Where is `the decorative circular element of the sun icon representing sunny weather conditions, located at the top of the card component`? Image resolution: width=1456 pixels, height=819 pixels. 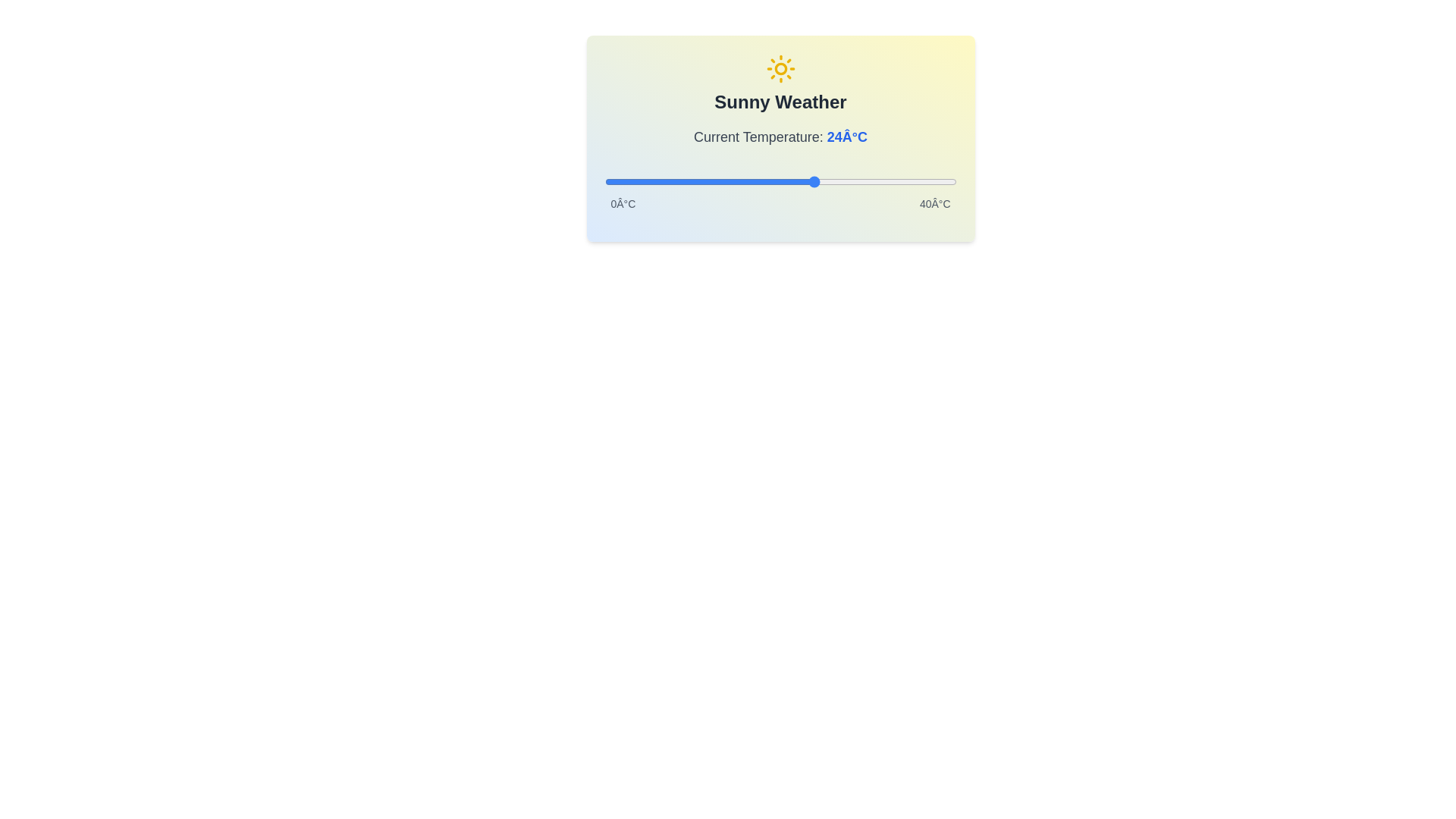
the decorative circular element of the sun icon representing sunny weather conditions, located at the top of the card component is located at coordinates (780, 69).